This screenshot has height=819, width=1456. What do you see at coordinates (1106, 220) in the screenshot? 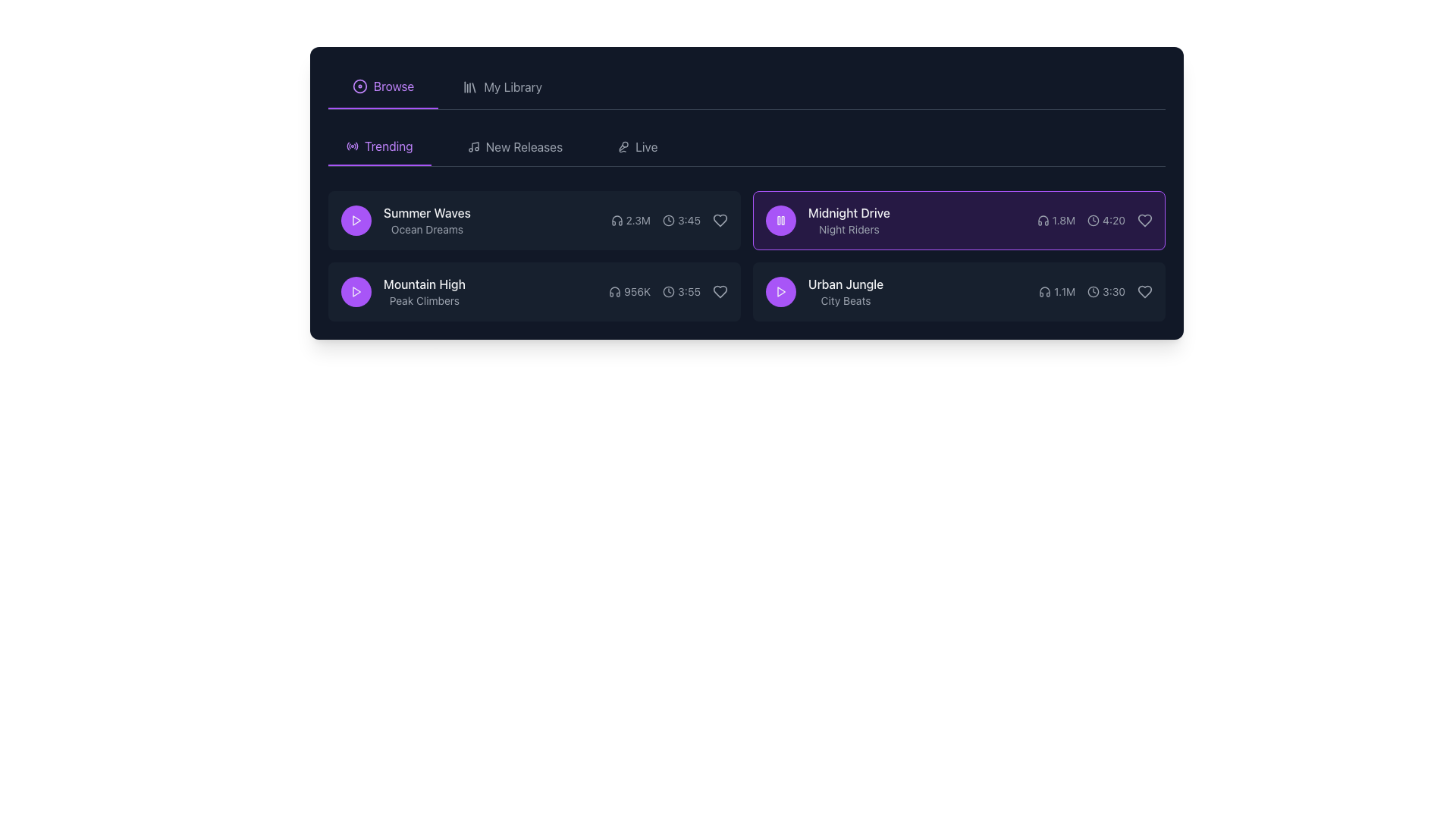
I see `the label displaying the duration of the 'Midnight Drive' track, located on the right side of the row for this item in the second row of the list` at bounding box center [1106, 220].